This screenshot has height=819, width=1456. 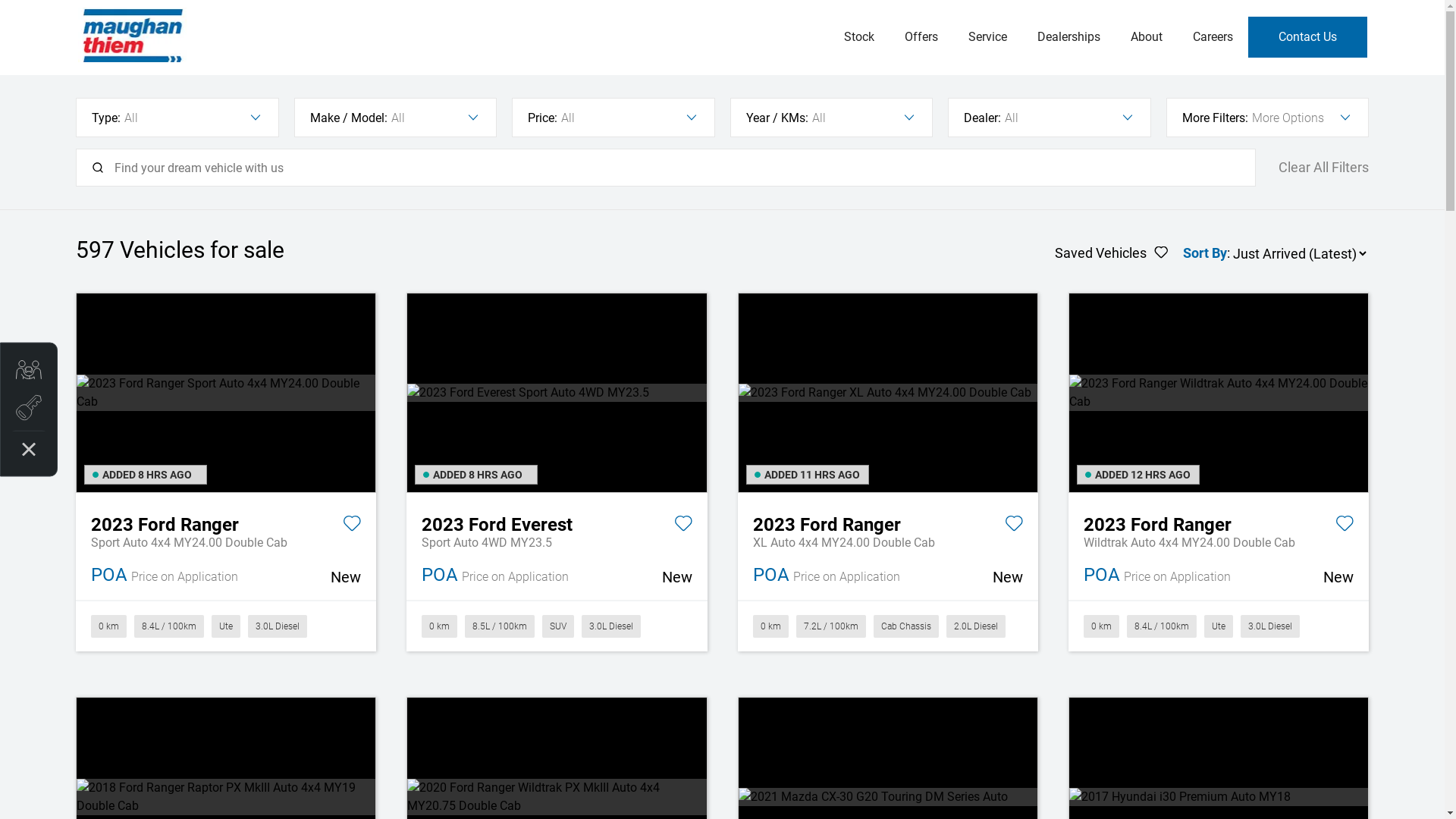 I want to click on 'Dealerships', so click(x=1068, y=36).